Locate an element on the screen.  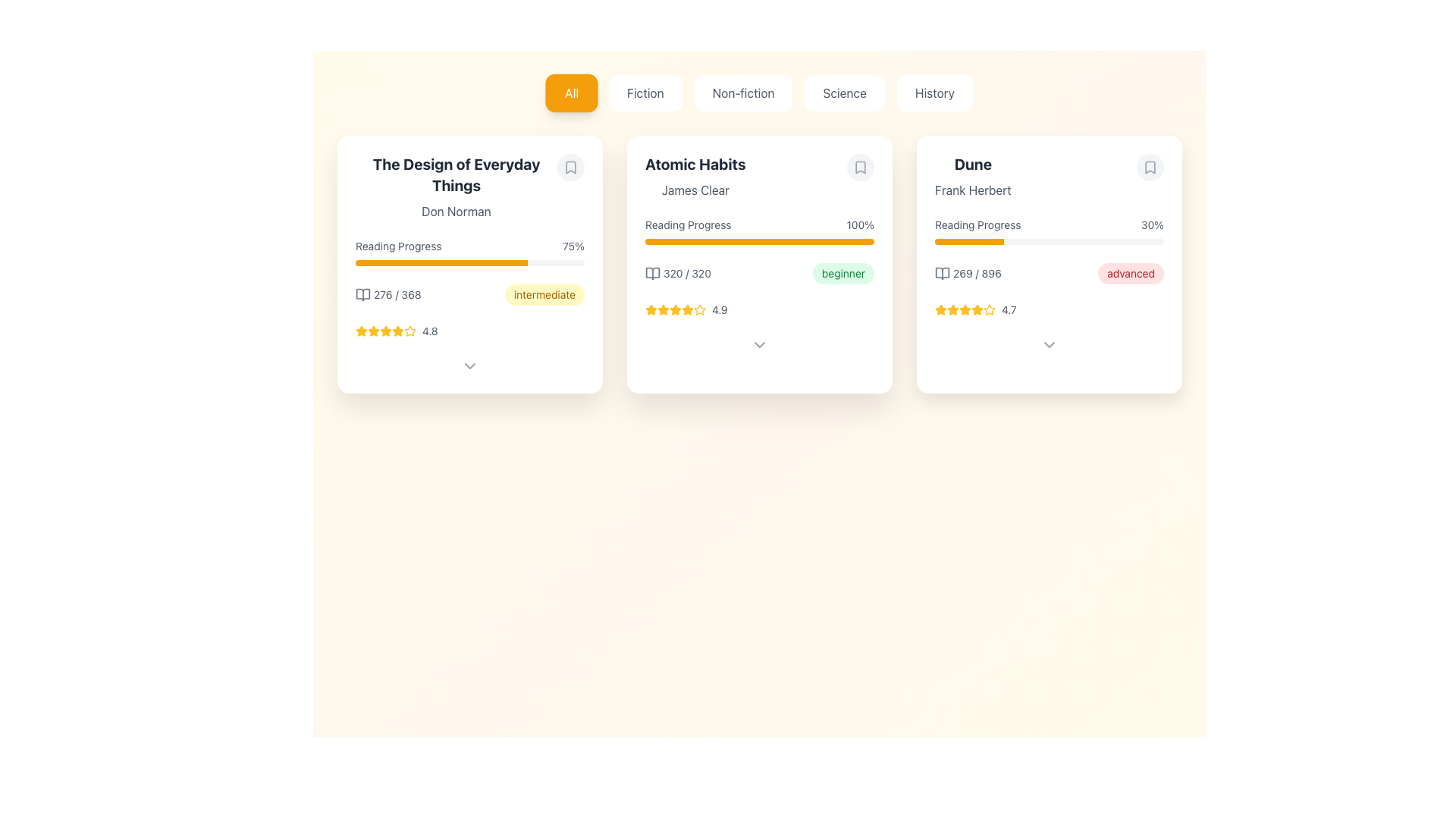
the text label that displays 'The Design of Everyday Things' by Don Norman, which is prominently positioned at the top-left corner of the first card in a grid layout is located at coordinates (469, 186).